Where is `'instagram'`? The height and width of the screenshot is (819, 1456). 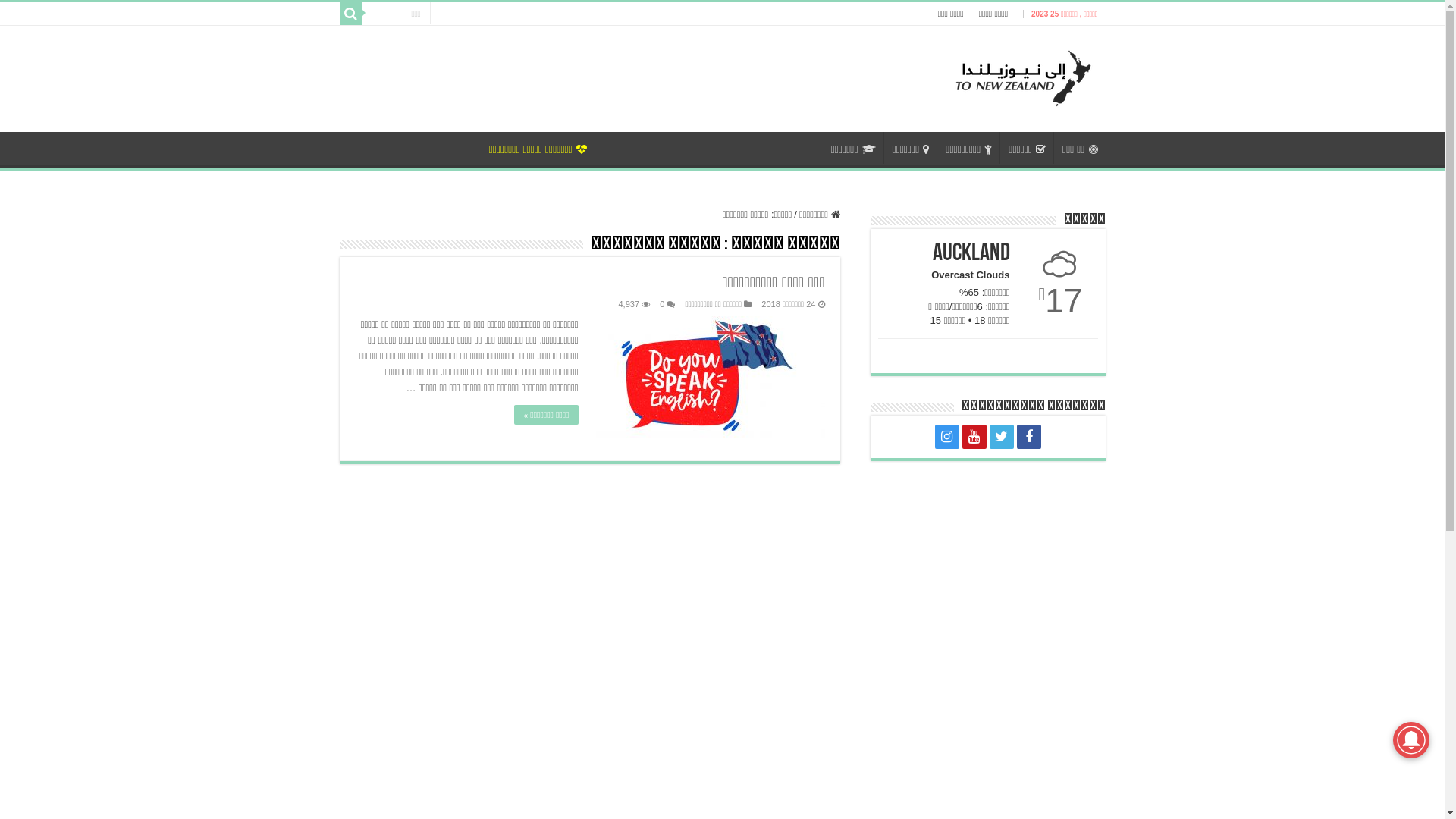
'instagram' is located at coordinates (934, 436).